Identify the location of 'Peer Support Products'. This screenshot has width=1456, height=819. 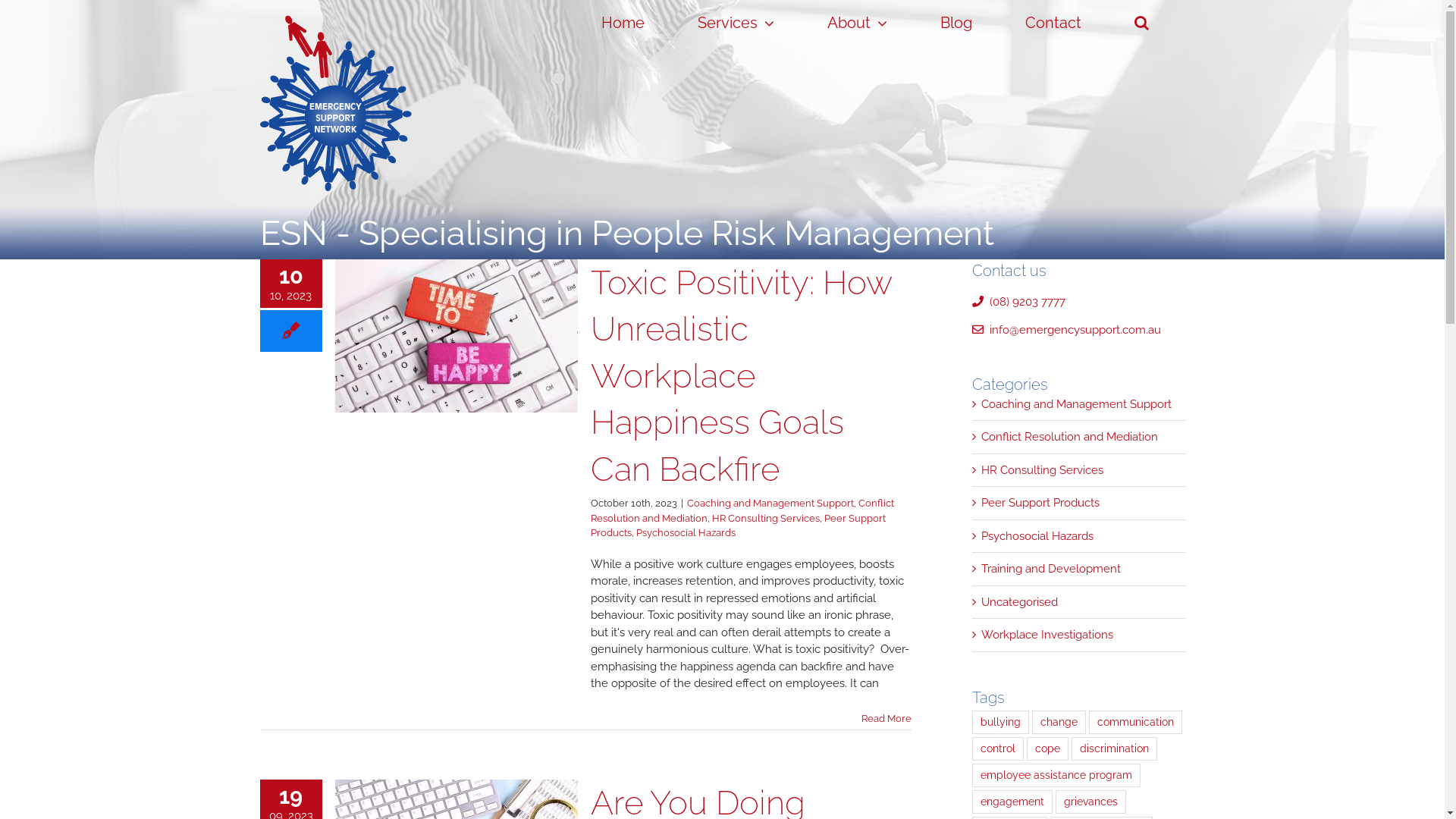
(588, 525).